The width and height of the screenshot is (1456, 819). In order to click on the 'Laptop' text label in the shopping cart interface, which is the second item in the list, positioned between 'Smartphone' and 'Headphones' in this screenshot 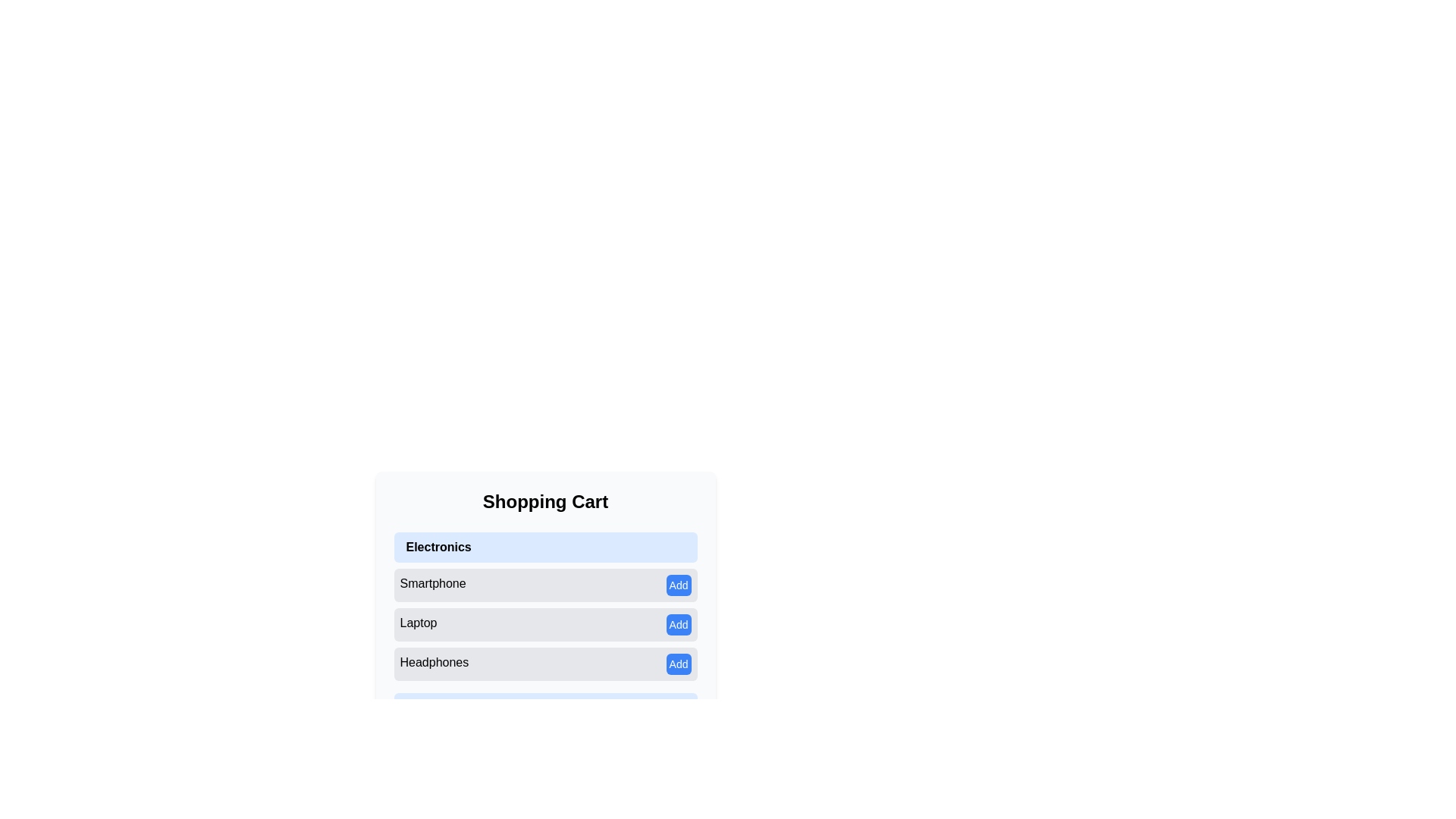, I will do `click(419, 625)`.